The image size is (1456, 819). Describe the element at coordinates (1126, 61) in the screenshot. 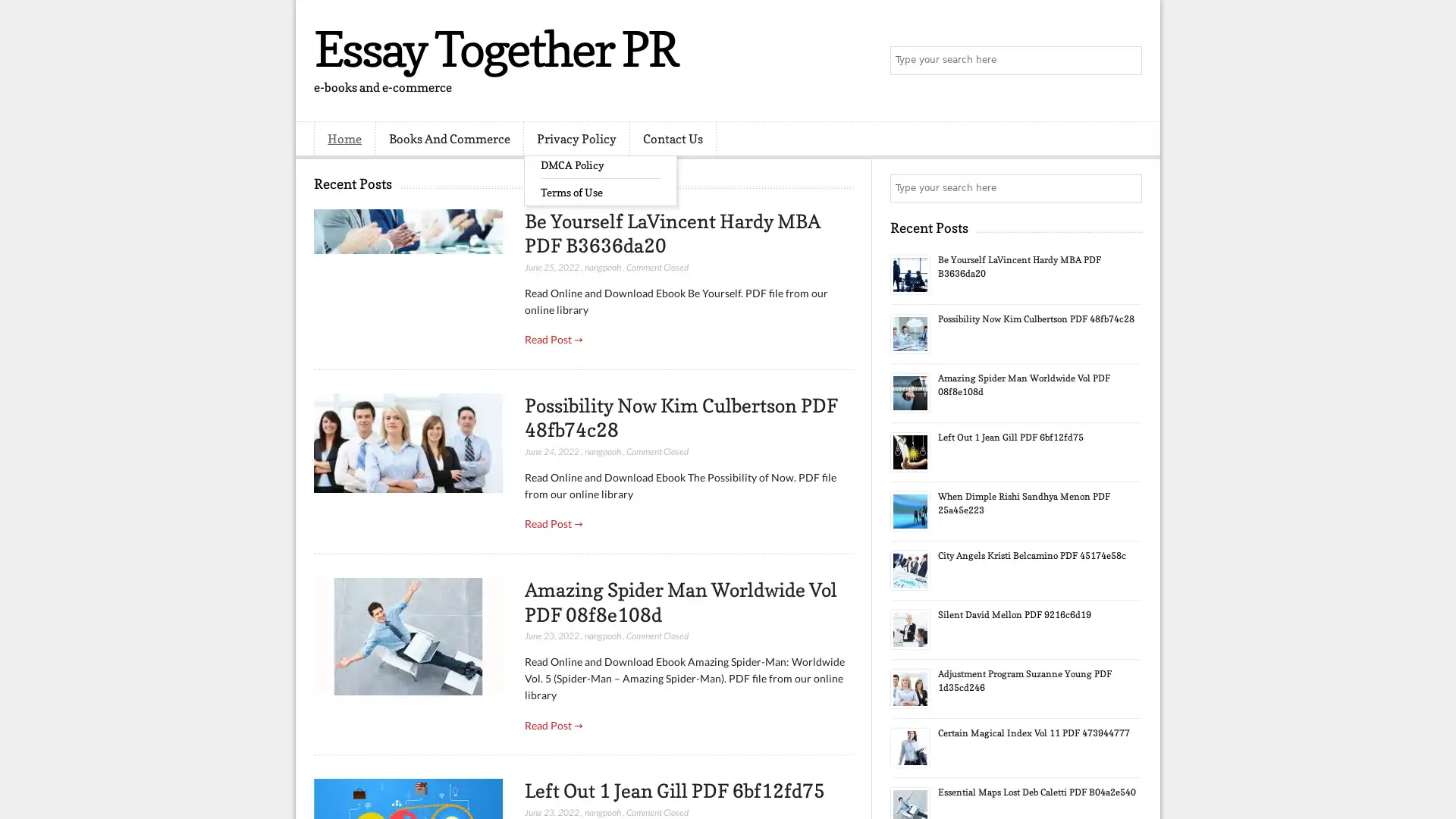

I see `Search` at that location.